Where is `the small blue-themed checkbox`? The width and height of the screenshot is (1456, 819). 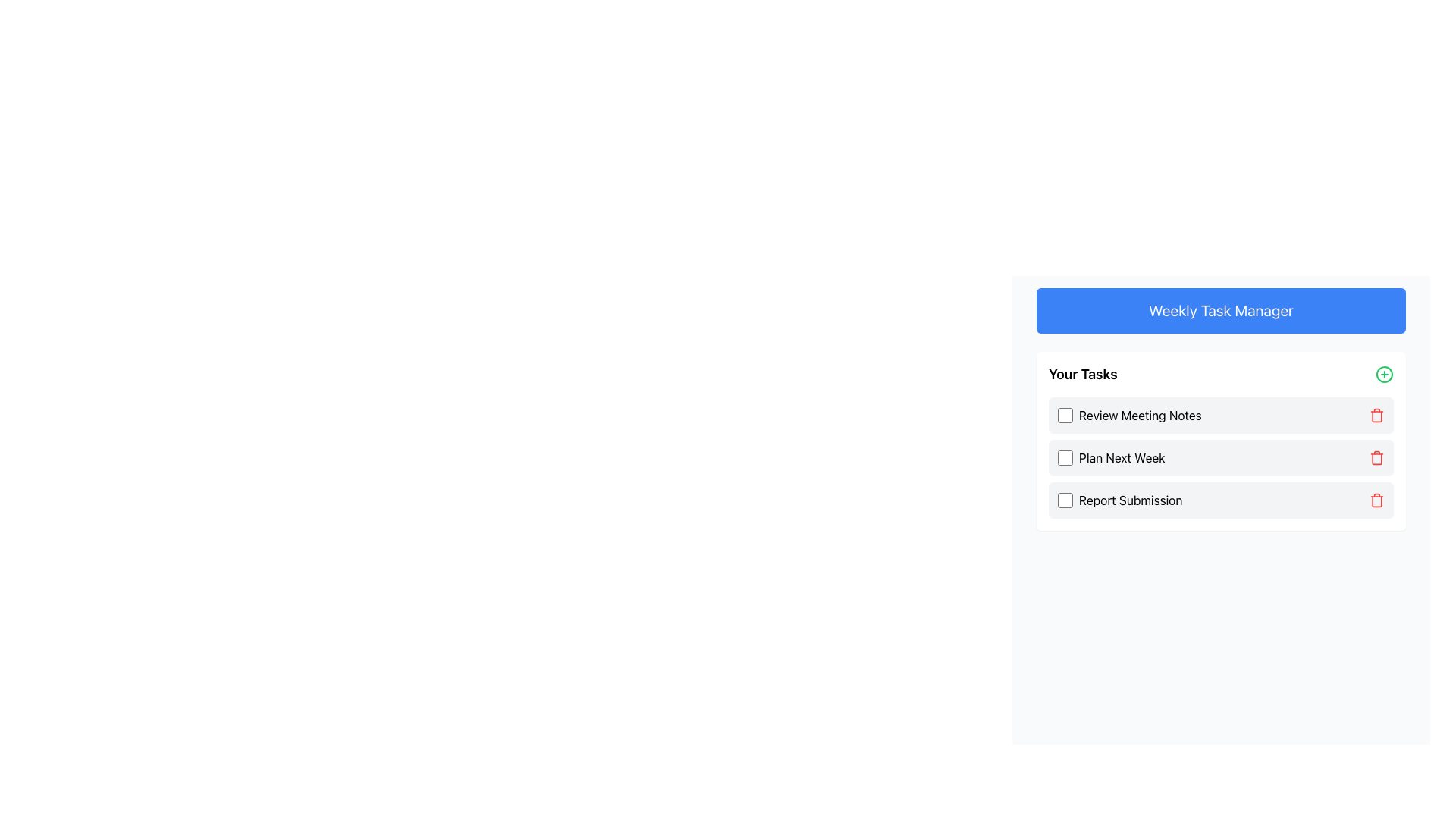
the small blue-themed checkbox is located at coordinates (1065, 457).